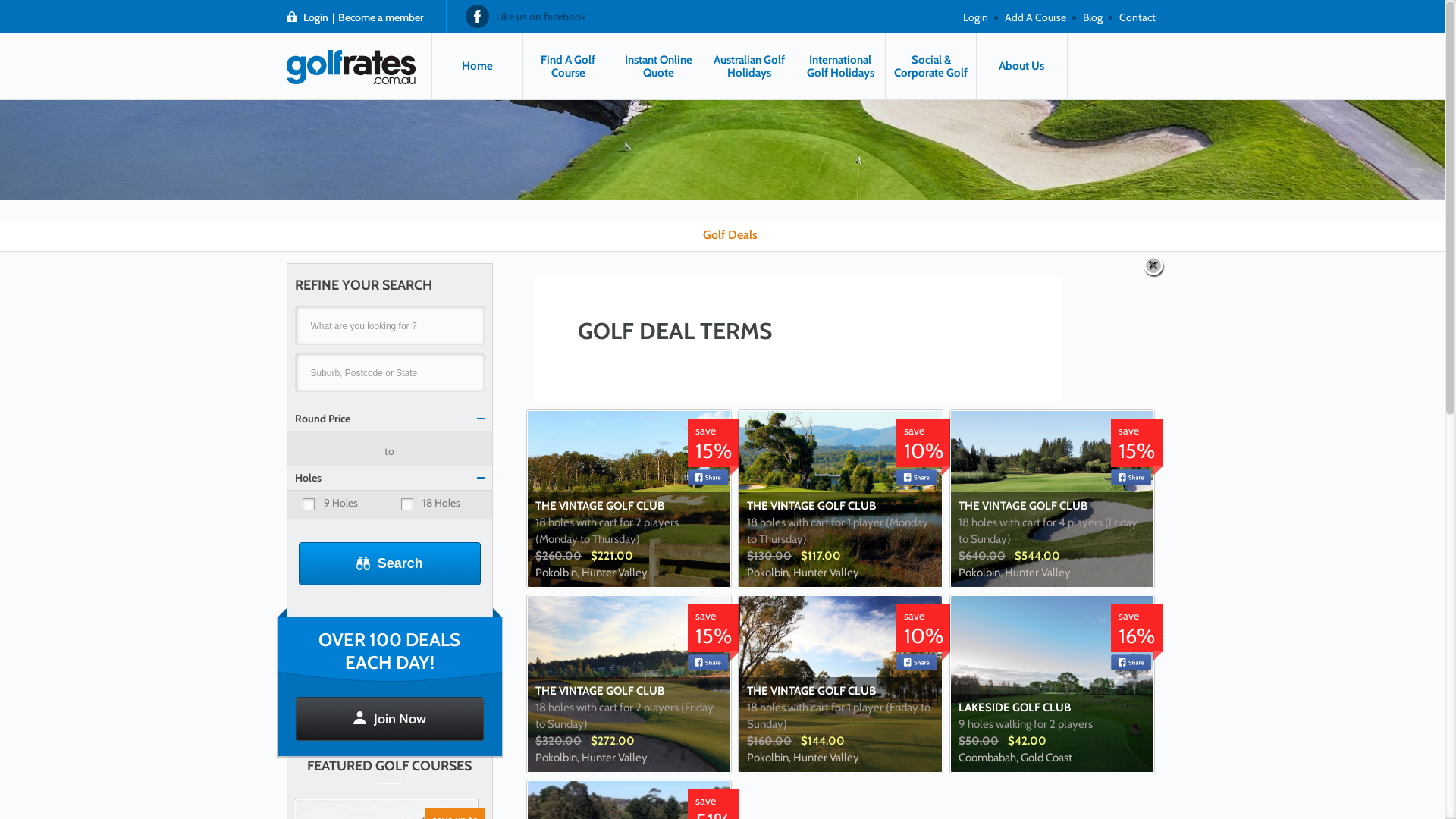 The height and width of the screenshot is (819, 1456). What do you see at coordinates (567, 65) in the screenshot?
I see `'Find A Golf Course'` at bounding box center [567, 65].